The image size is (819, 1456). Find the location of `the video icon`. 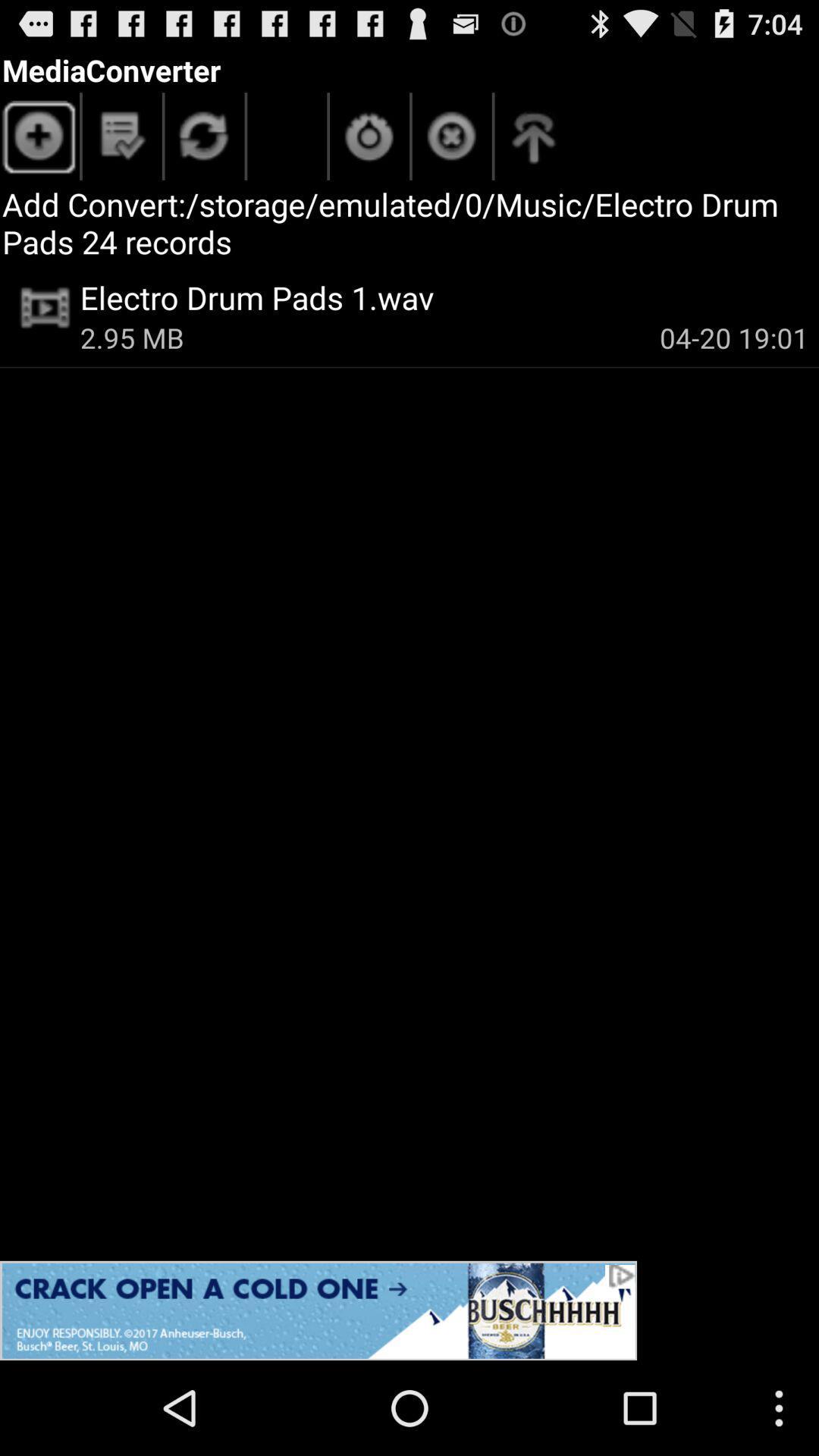

the video icon is located at coordinates (45, 307).